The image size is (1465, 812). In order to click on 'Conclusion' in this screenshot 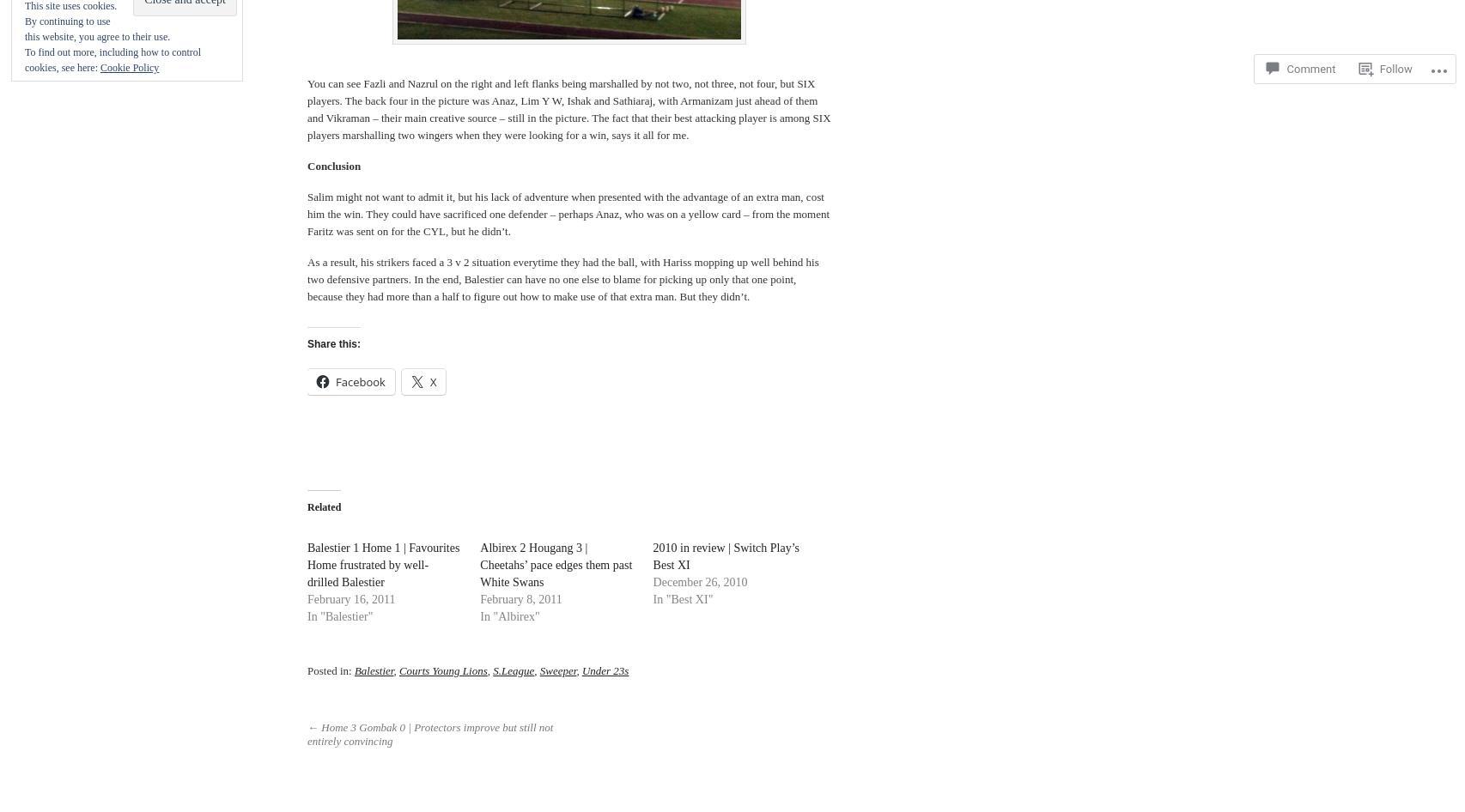, I will do `click(333, 166)`.